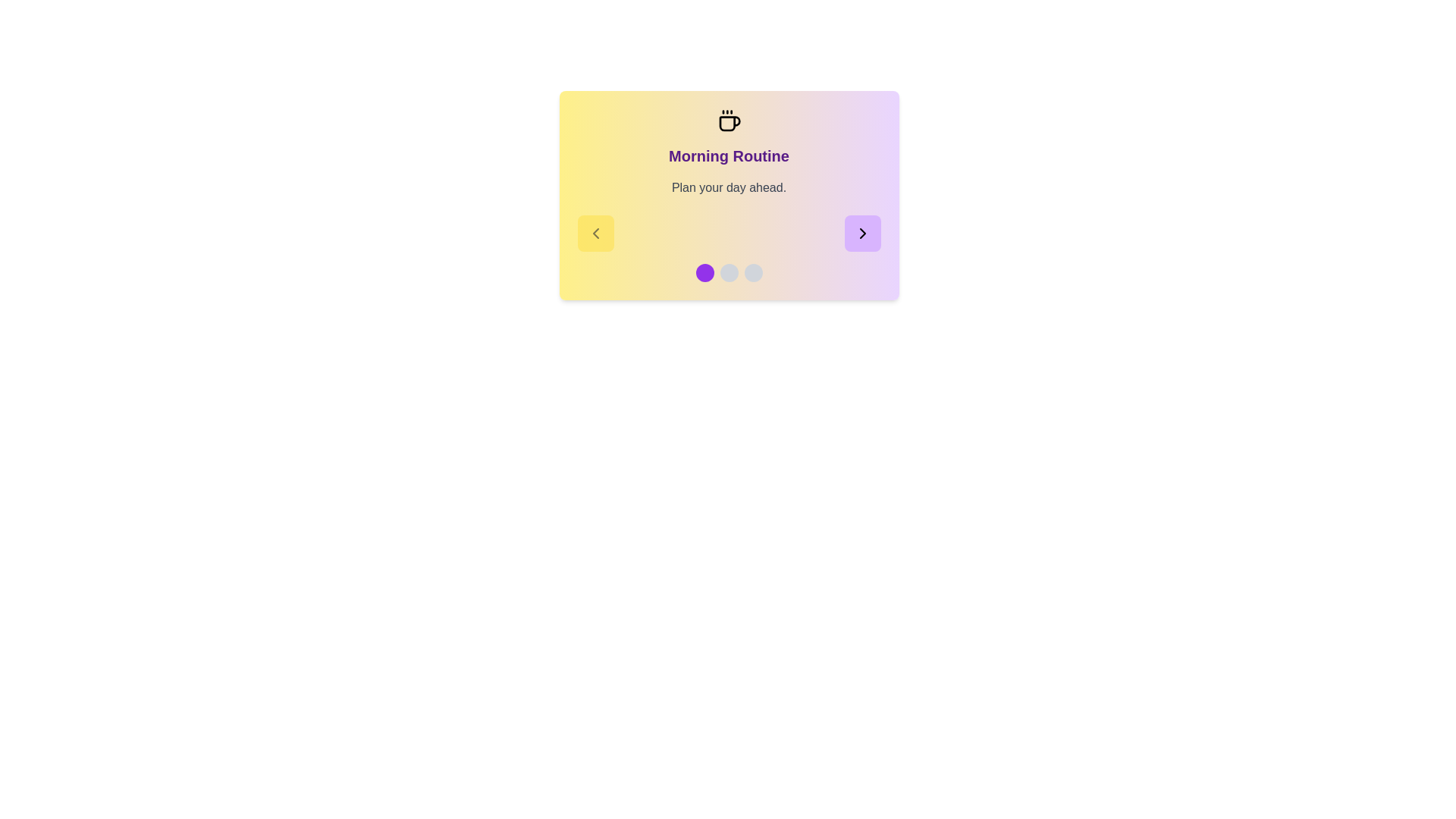 Image resolution: width=1456 pixels, height=819 pixels. Describe the element at coordinates (595, 234) in the screenshot. I see `the left navigation button to navigate to the previous step` at that location.